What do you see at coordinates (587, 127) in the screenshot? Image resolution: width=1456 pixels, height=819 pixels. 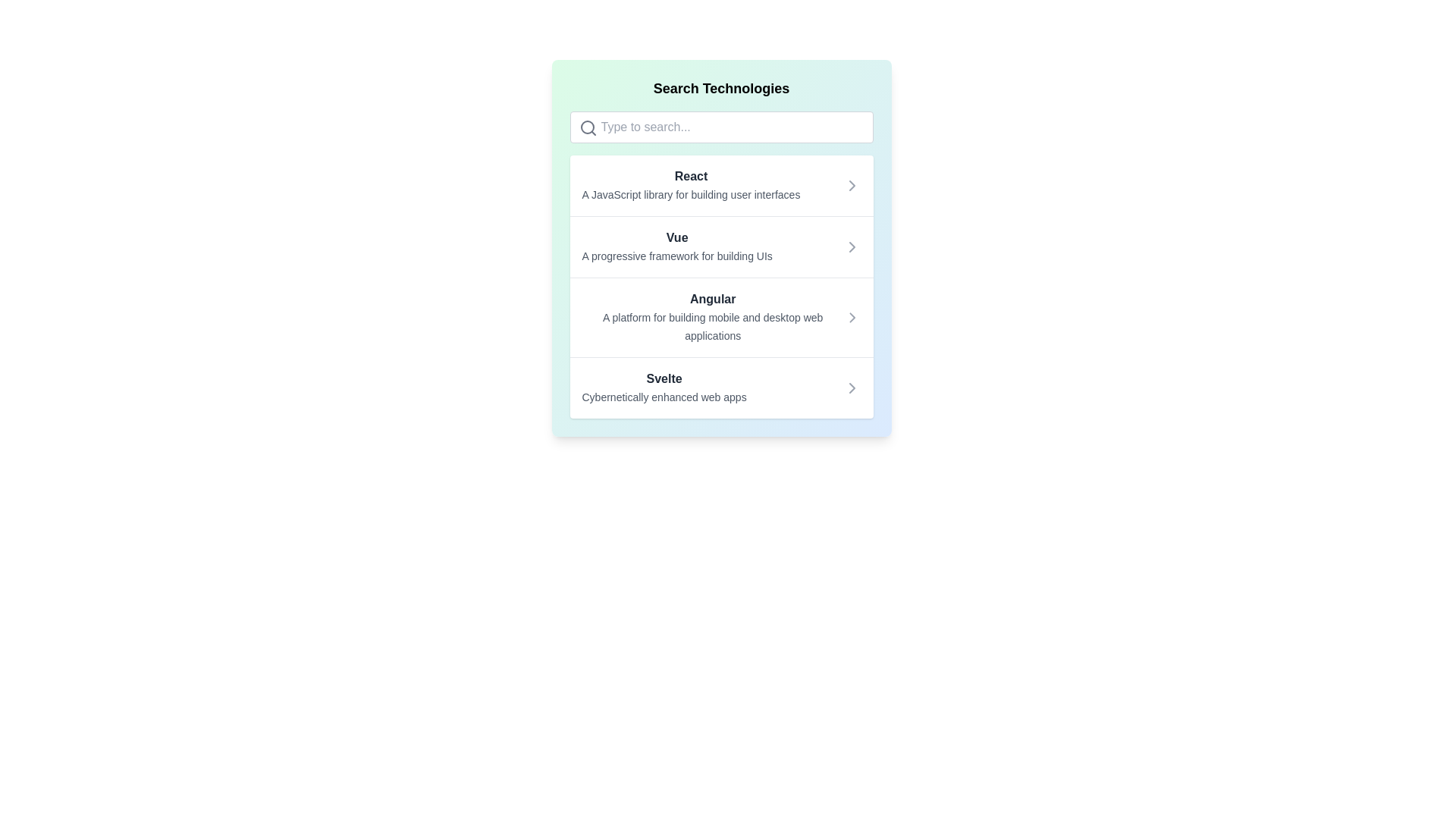 I see `the gray magnifying glass icon located at the top left of the search input field beneath the 'Search Technologies' title` at bounding box center [587, 127].